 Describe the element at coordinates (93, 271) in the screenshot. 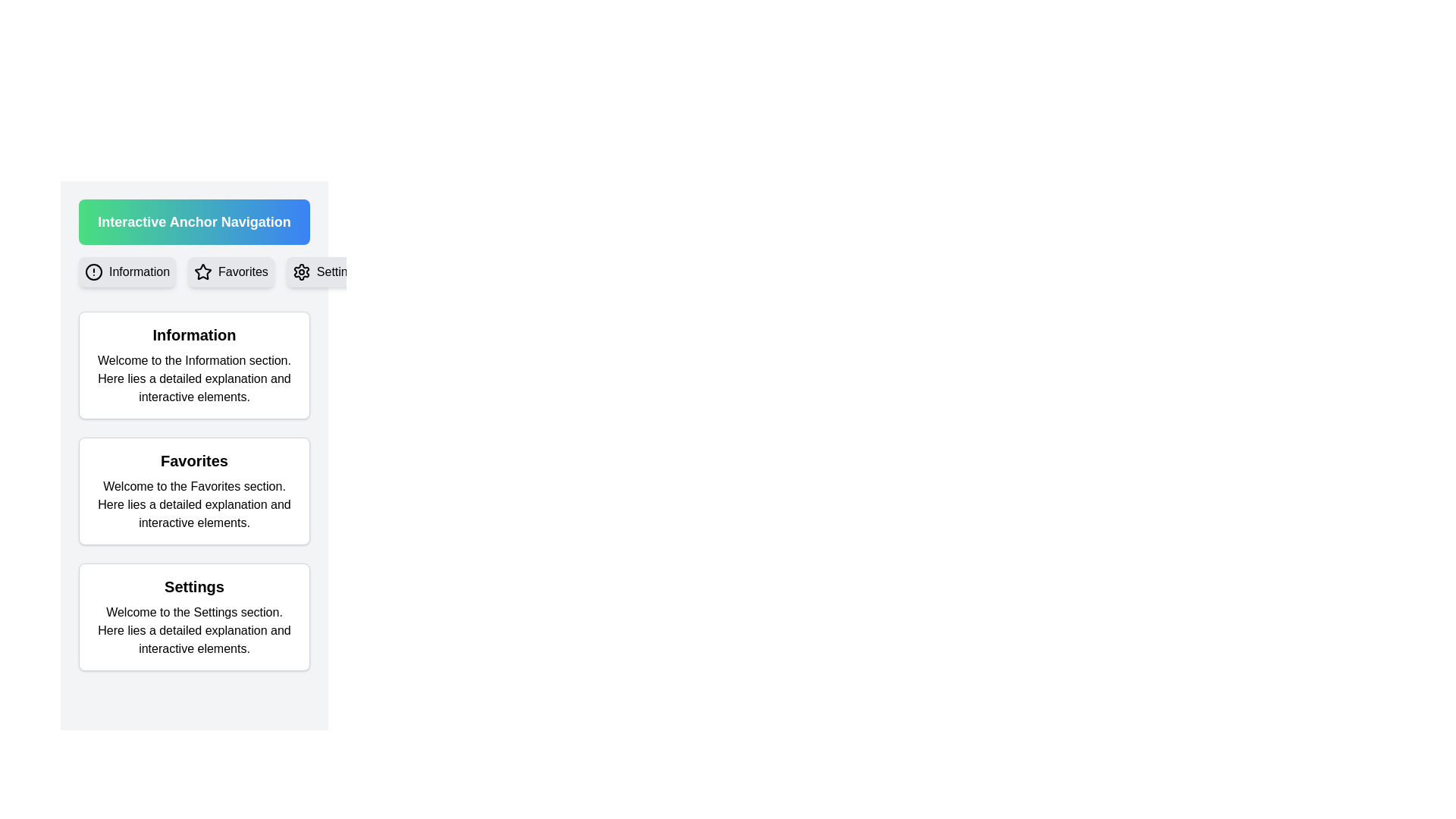

I see `the circular icon located near the top center of the user interface, which is part of the navigation section along with icons like 'Information,' 'Favorites,' and 'Settings.'` at that location.